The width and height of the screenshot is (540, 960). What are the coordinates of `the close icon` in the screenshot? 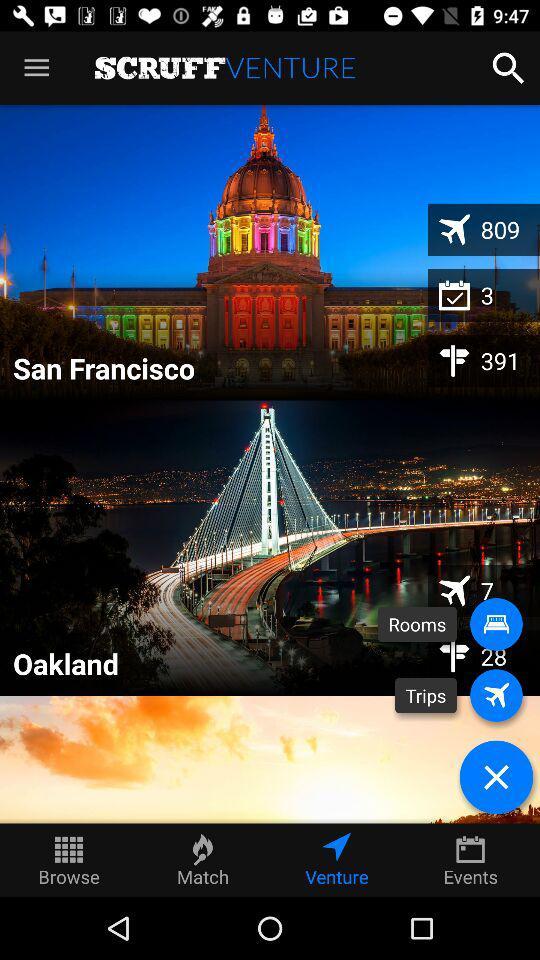 It's located at (495, 776).